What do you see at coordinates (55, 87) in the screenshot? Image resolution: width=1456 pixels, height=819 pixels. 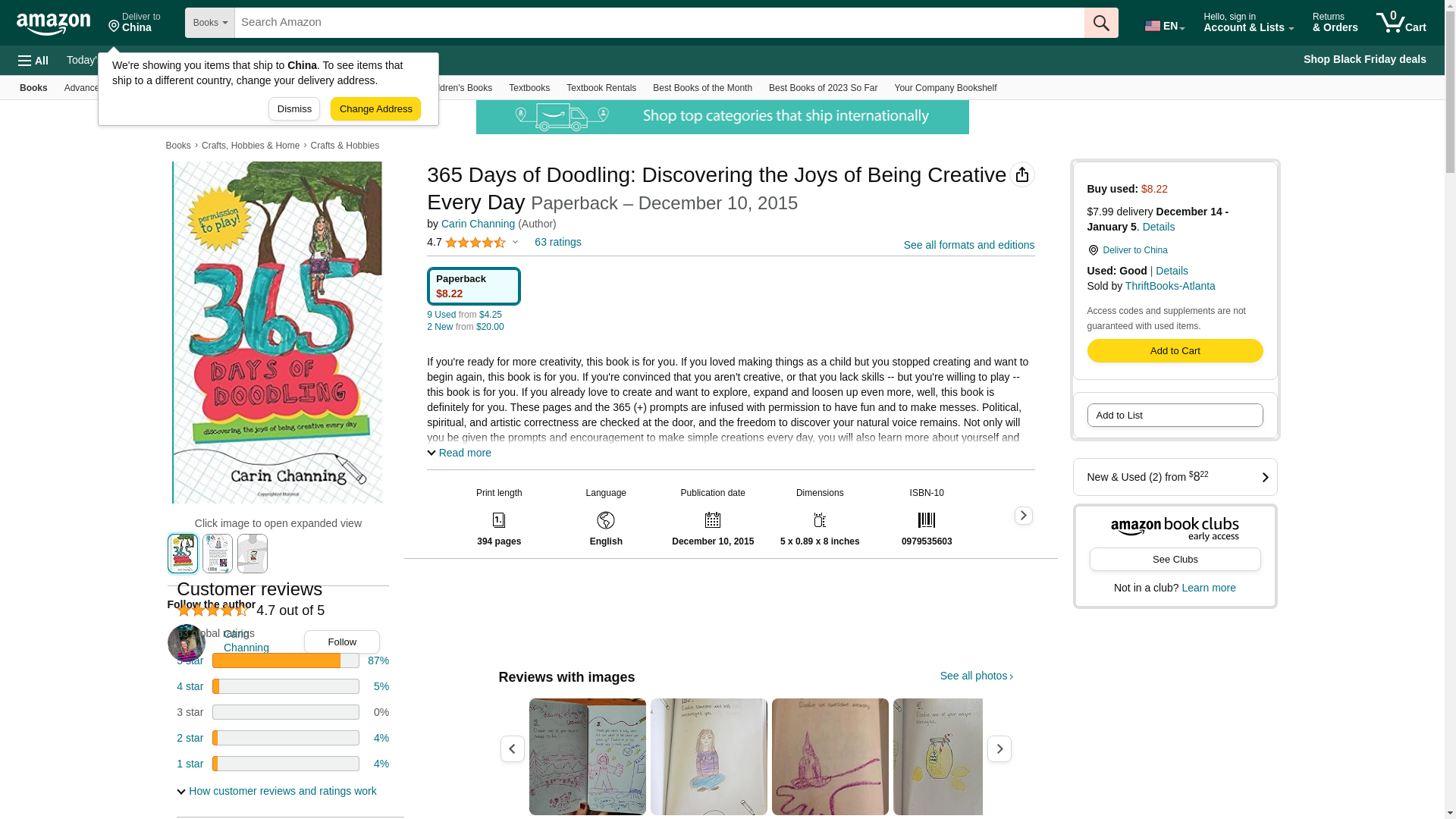 I see `'Advanced Search'` at bounding box center [55, 87].